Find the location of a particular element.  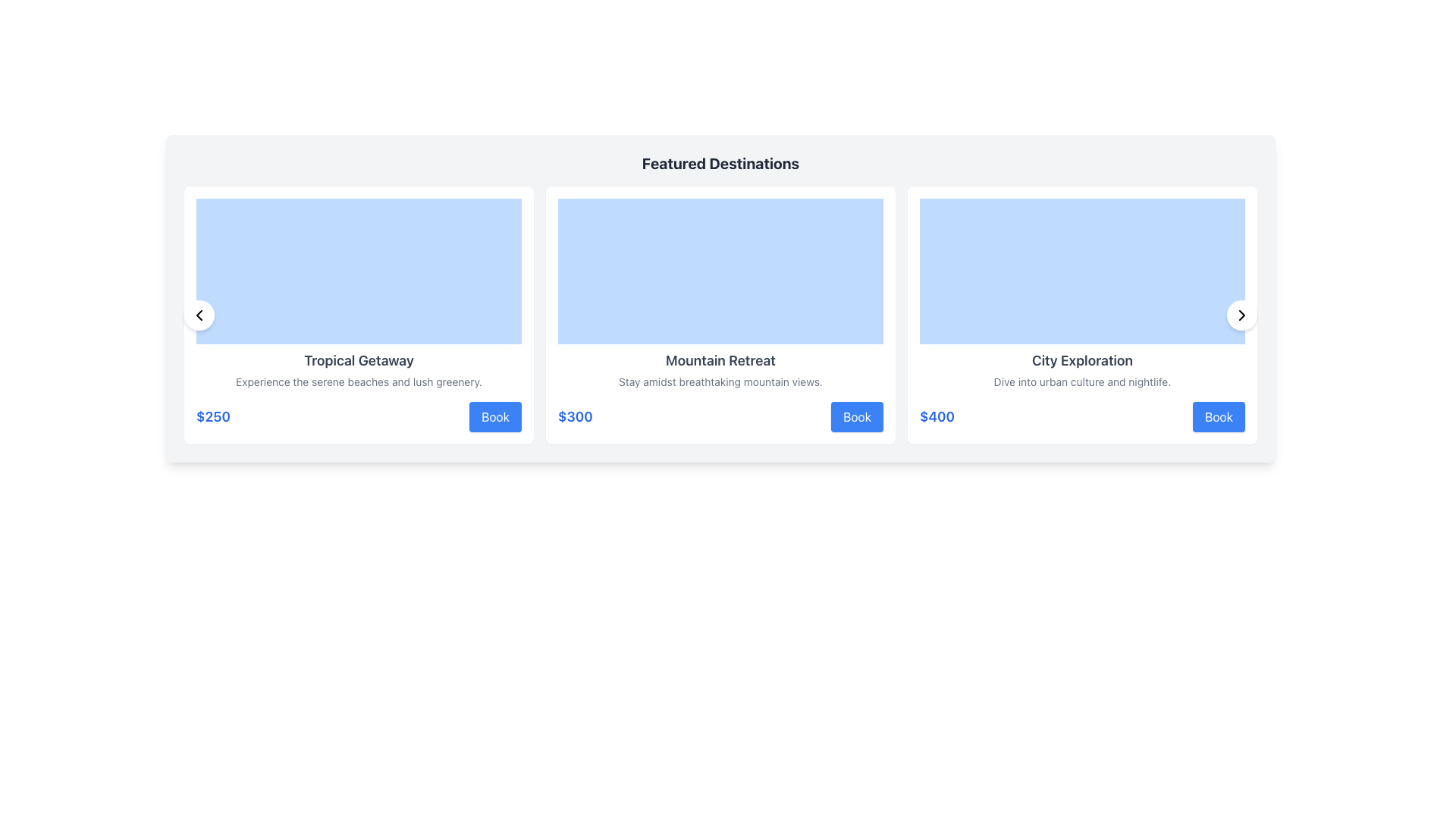

the text label containing the phrase 'Experience the serene beaches and lush greenery.' situated within the 'Tropical Getaway' card, which is horizontally centered below the card title is located at coordinates (358, 381).